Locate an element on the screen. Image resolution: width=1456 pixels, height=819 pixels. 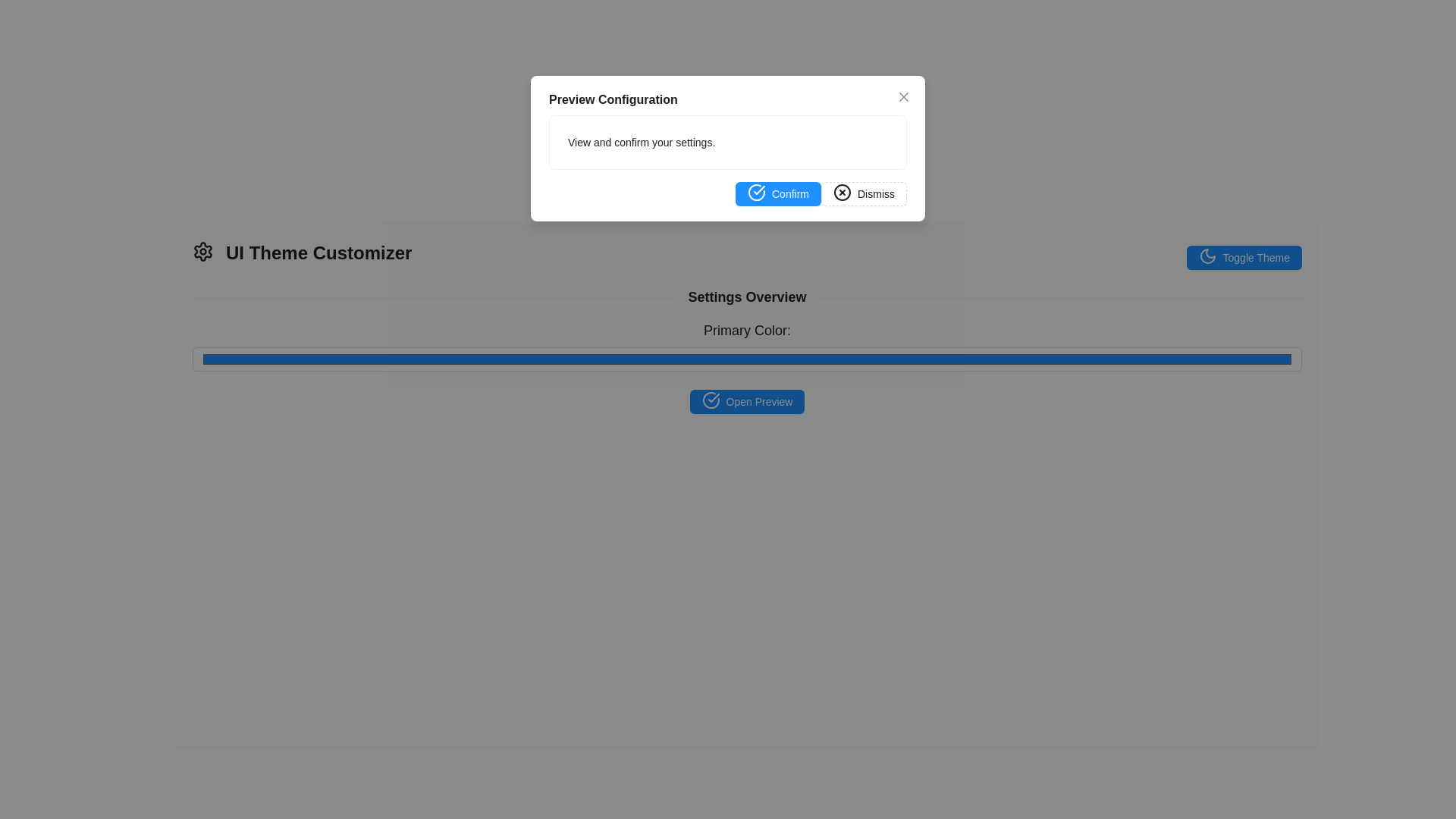
the Color input field for customization, located below the 'Primary Color:' label is located at coordinates (747, 359).